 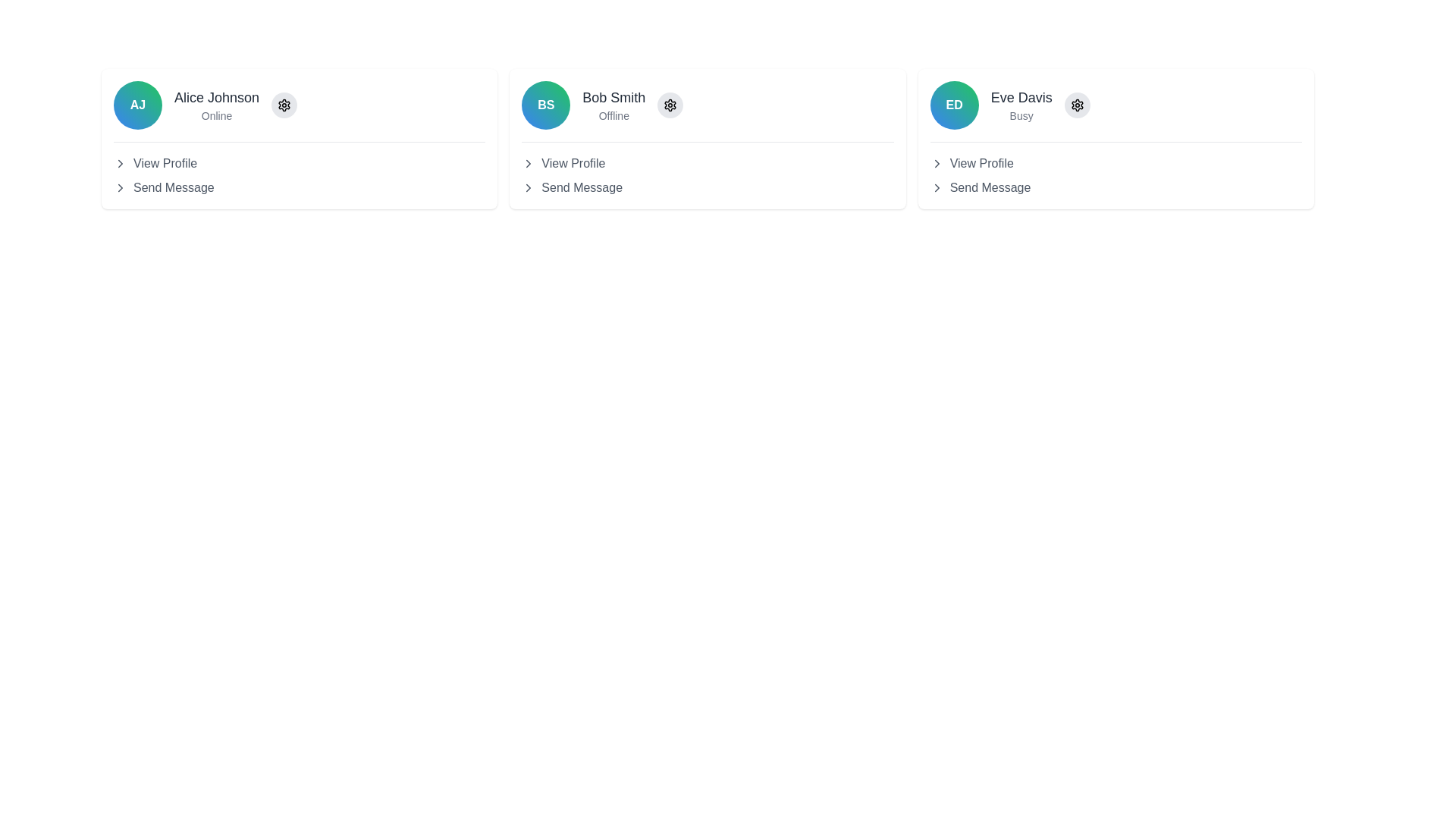 I want to click on text displayed in the vertical block showing 'Bob Smith' with status 'Offline' located centrally in the user card layout, so click(x=613, y=104).